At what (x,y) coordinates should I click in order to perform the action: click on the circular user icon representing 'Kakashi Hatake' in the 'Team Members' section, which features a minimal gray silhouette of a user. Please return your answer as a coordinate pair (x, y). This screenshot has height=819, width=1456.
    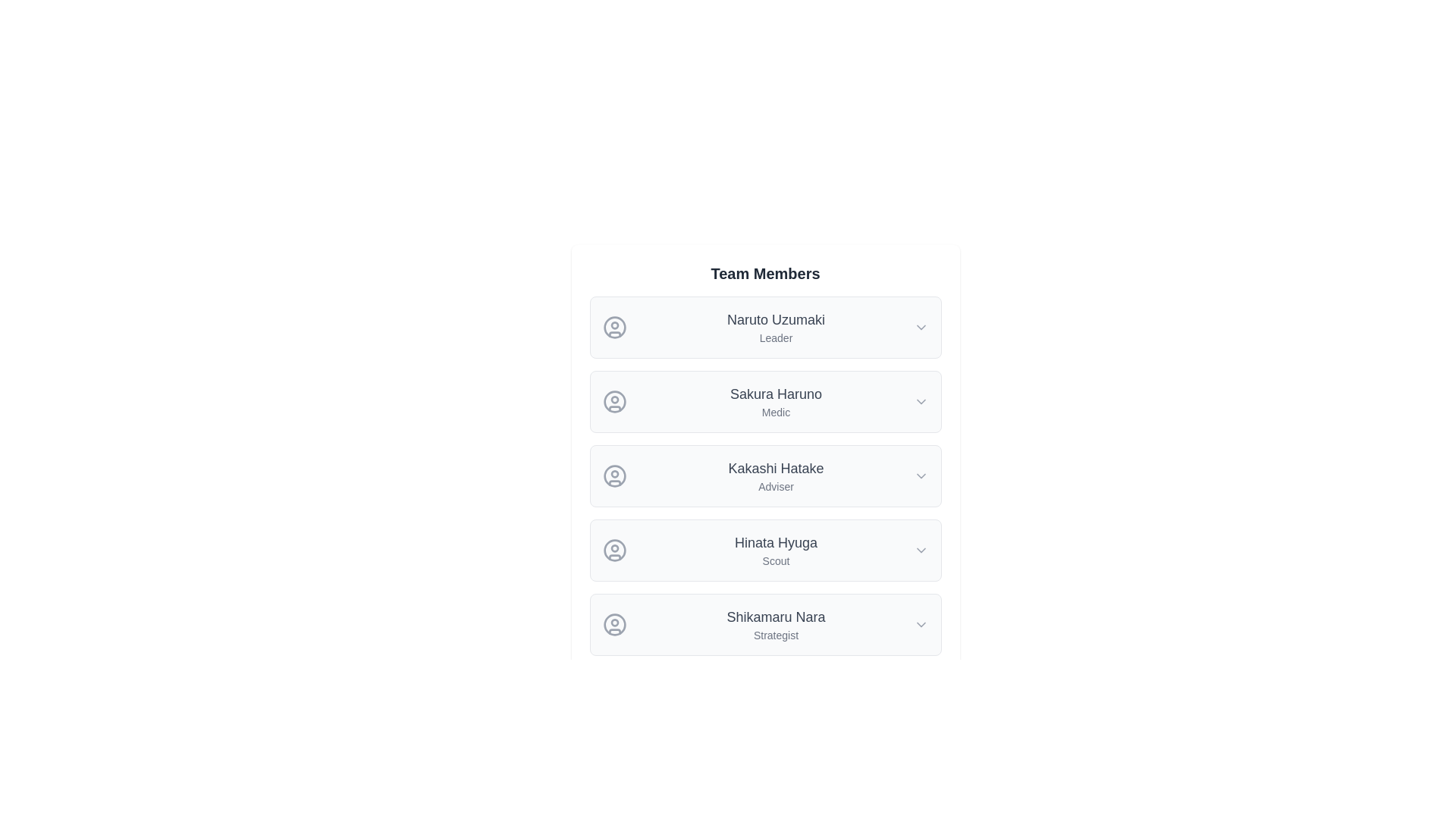
    Looking at the image, I should click on (614, 475).